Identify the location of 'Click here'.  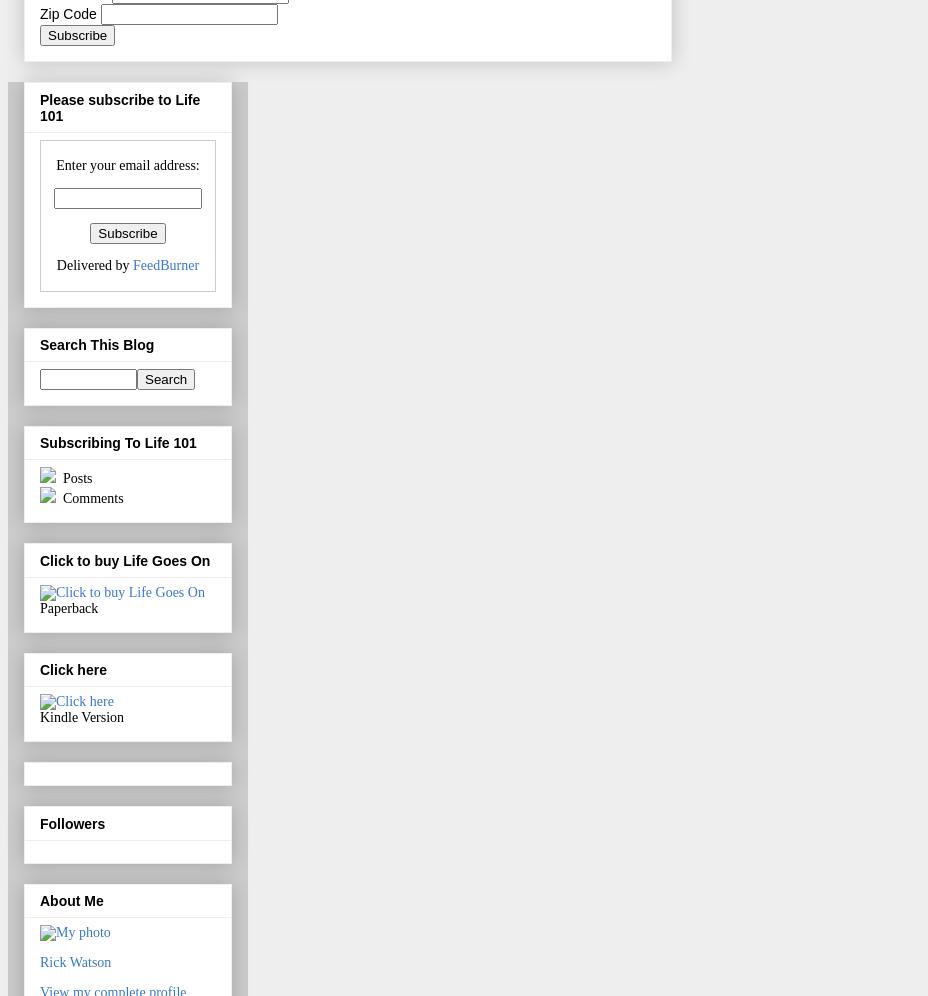
(38, 670).